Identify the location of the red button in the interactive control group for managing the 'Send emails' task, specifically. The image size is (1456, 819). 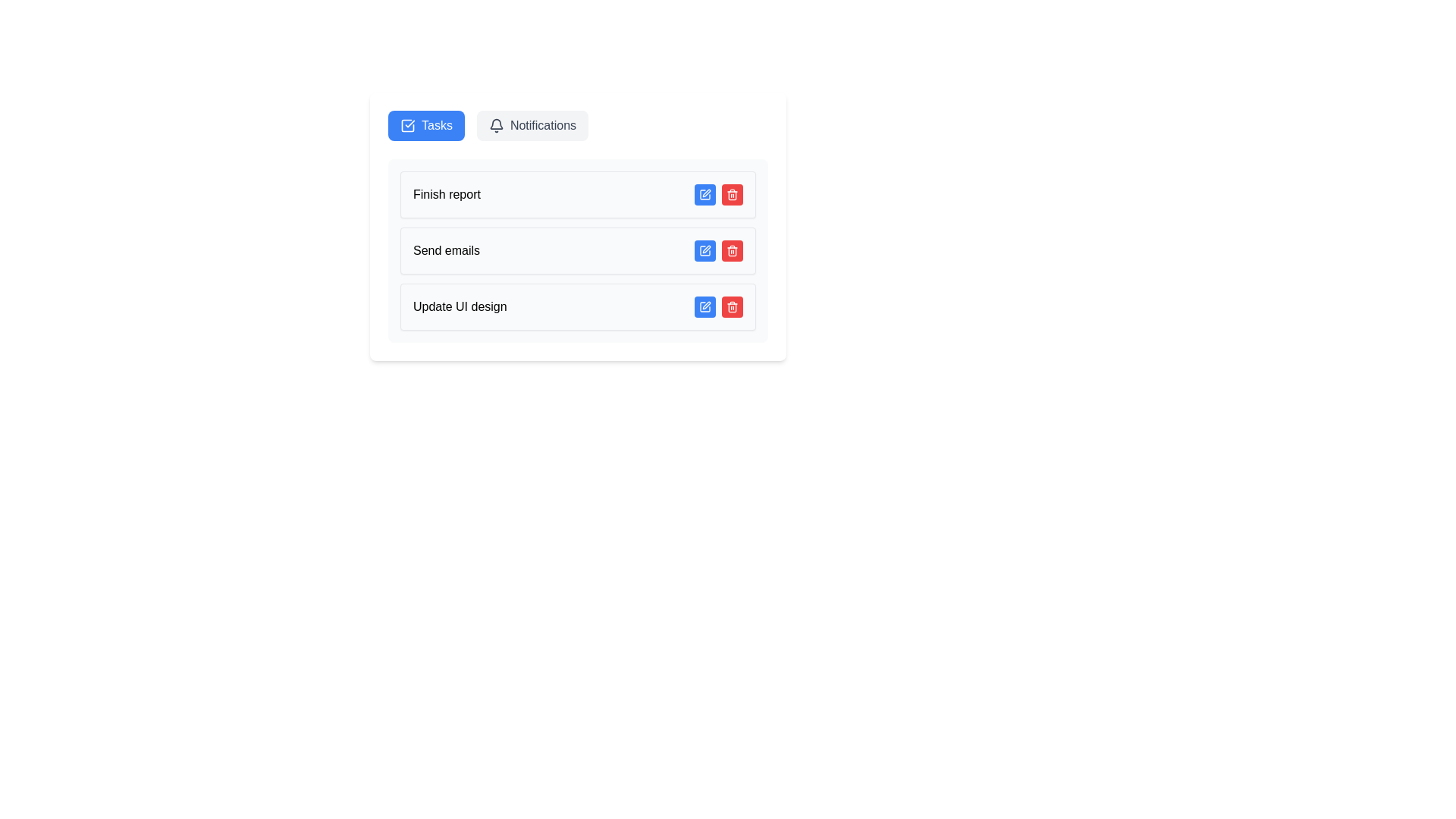
(718, 250).